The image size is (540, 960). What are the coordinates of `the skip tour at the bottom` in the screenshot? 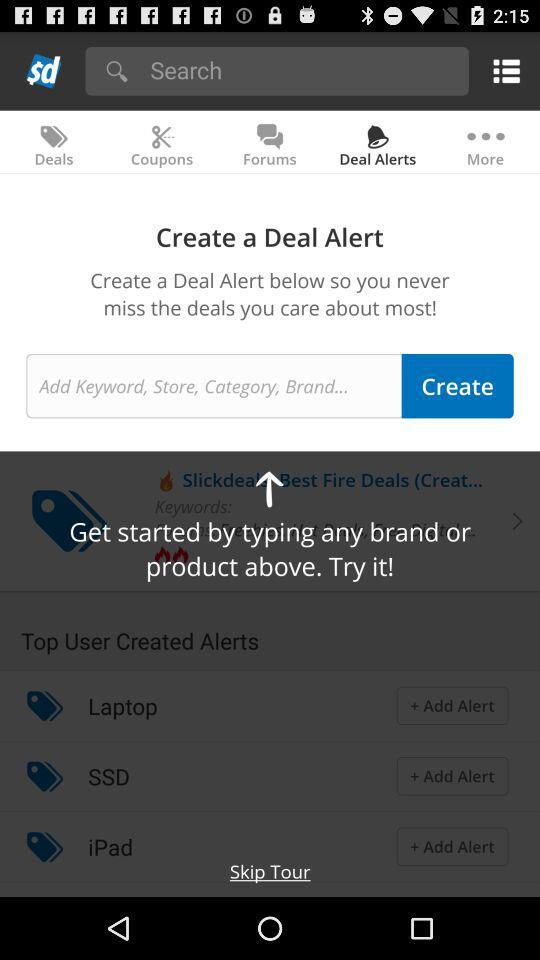 It's located at (270, 870).